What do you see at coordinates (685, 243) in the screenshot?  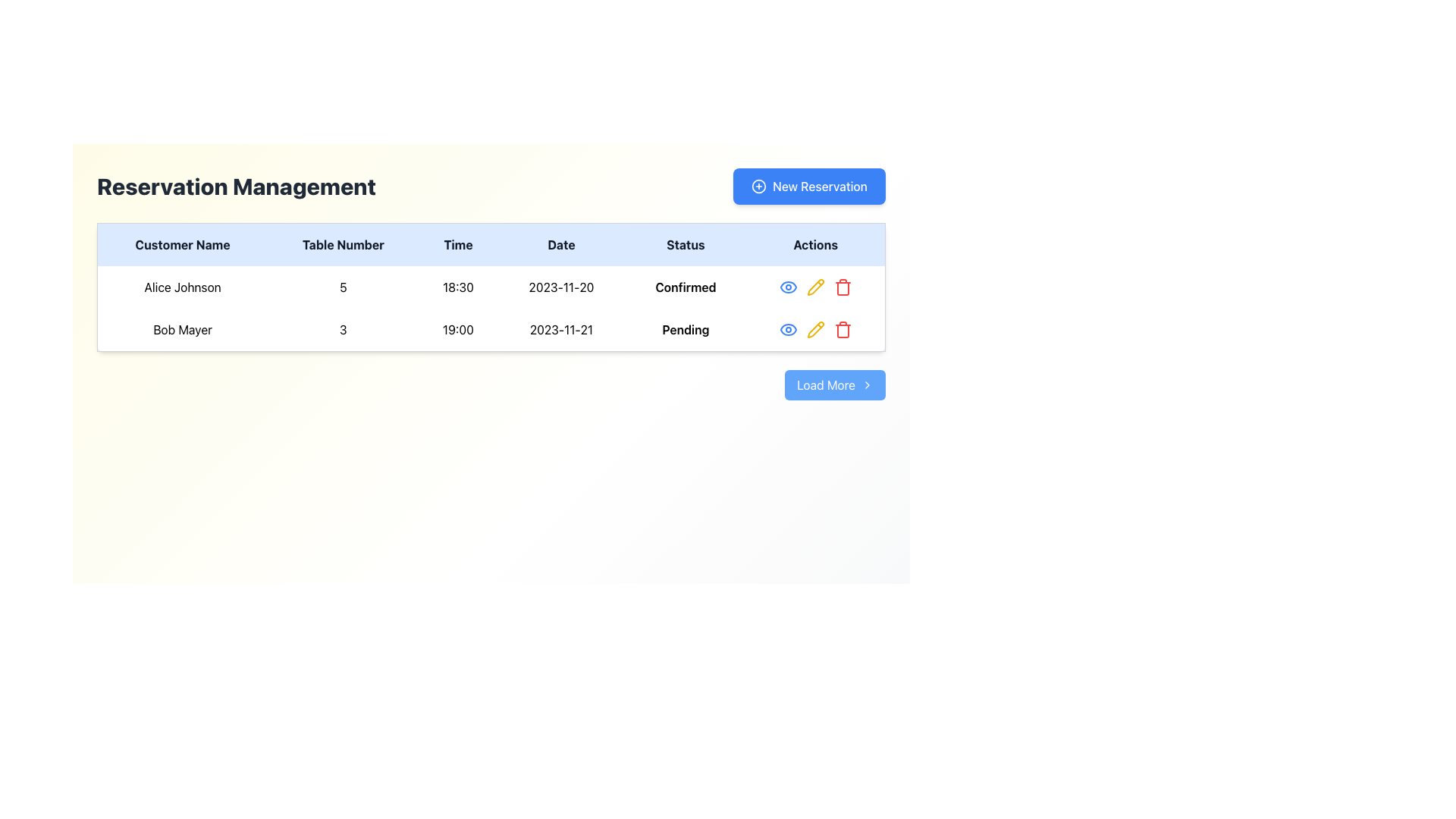 I see `the 'Status' text label, which is the fifth column header in the table, displayed in bold black font on a light blue background` at bounding box center [685, 243].